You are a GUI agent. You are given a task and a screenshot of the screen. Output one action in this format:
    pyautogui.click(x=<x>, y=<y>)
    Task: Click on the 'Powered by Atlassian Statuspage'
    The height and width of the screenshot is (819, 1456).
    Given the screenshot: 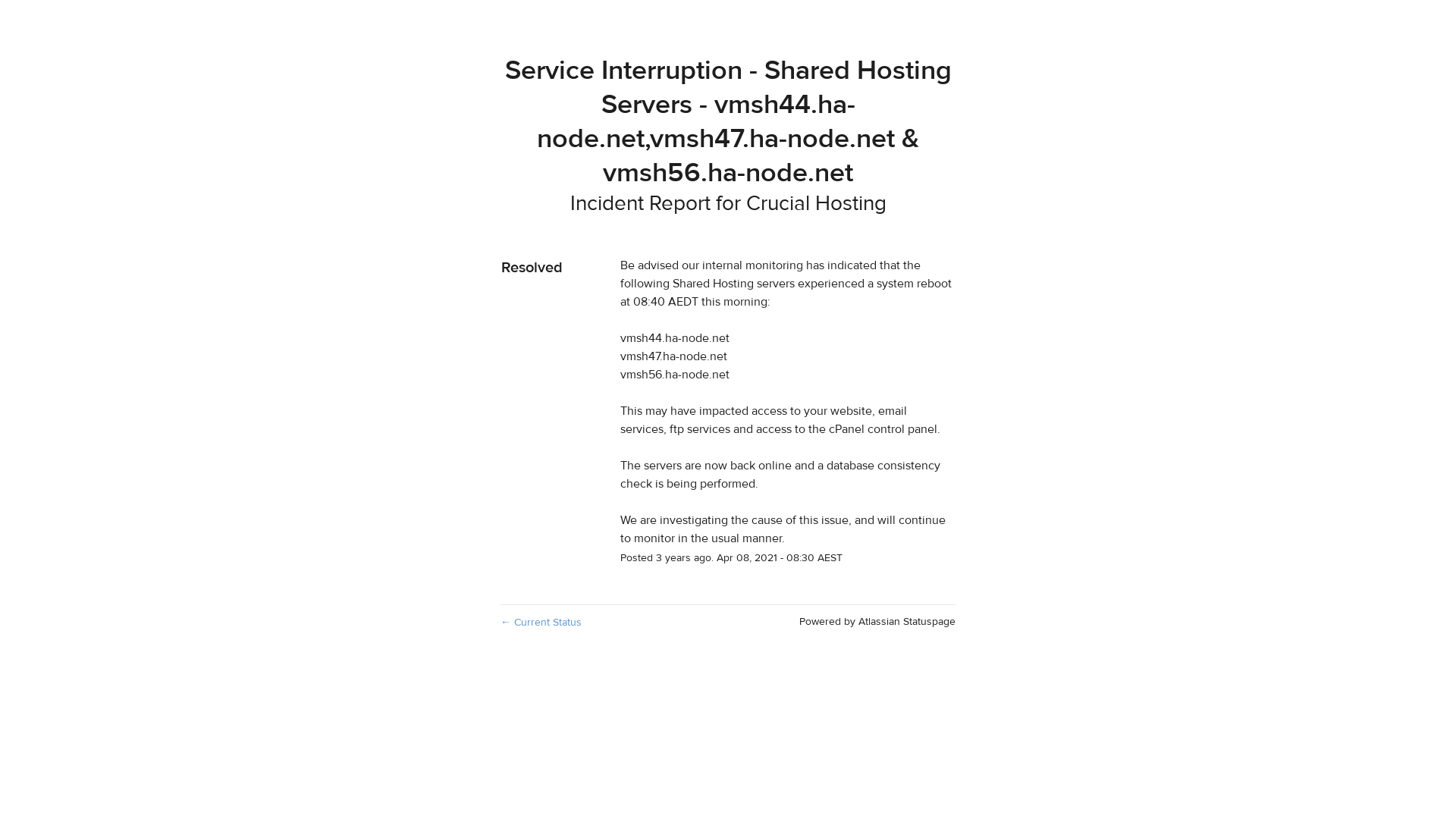 What is the action you would take?
    pyautogui.click(x=877, y=622)
    